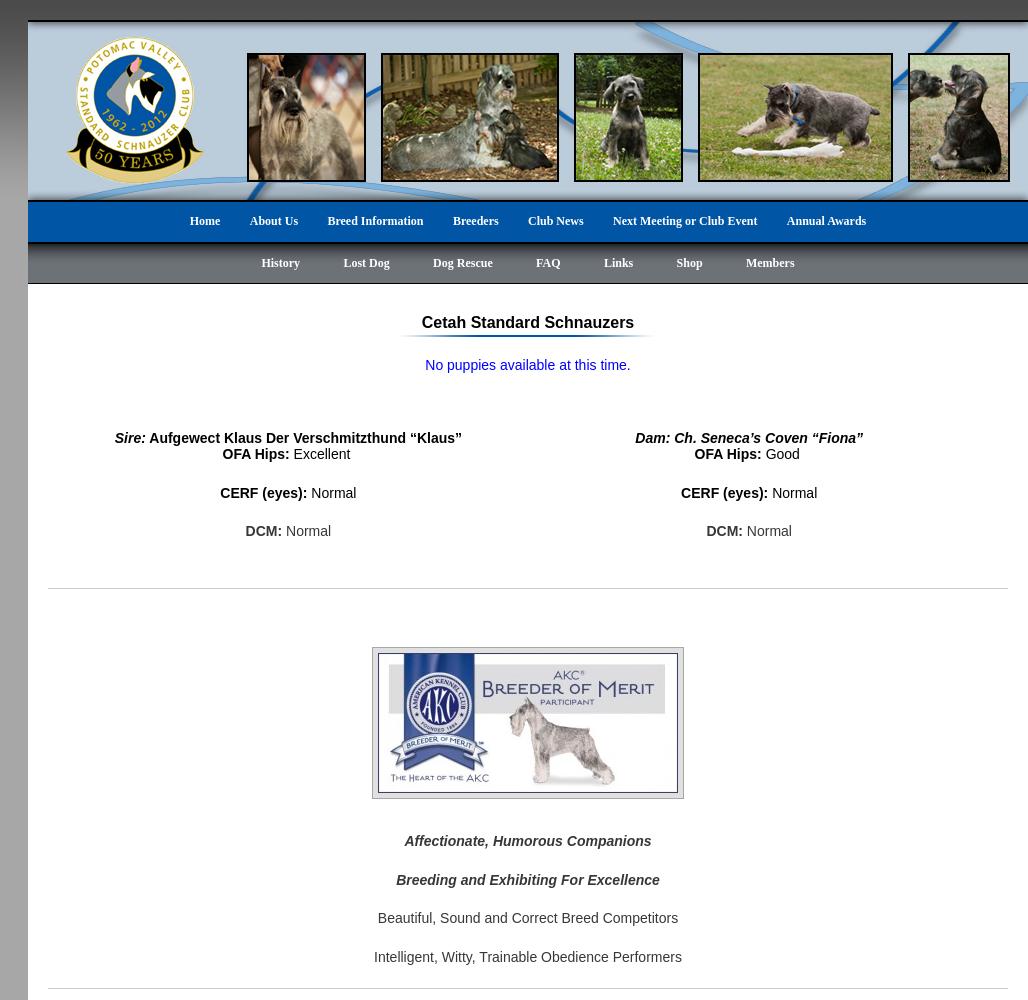 This screenshot has height=1000, width=1028. Describe the element at coordinates (783, 452) in the screenshot. I see `'Good'` at that location.